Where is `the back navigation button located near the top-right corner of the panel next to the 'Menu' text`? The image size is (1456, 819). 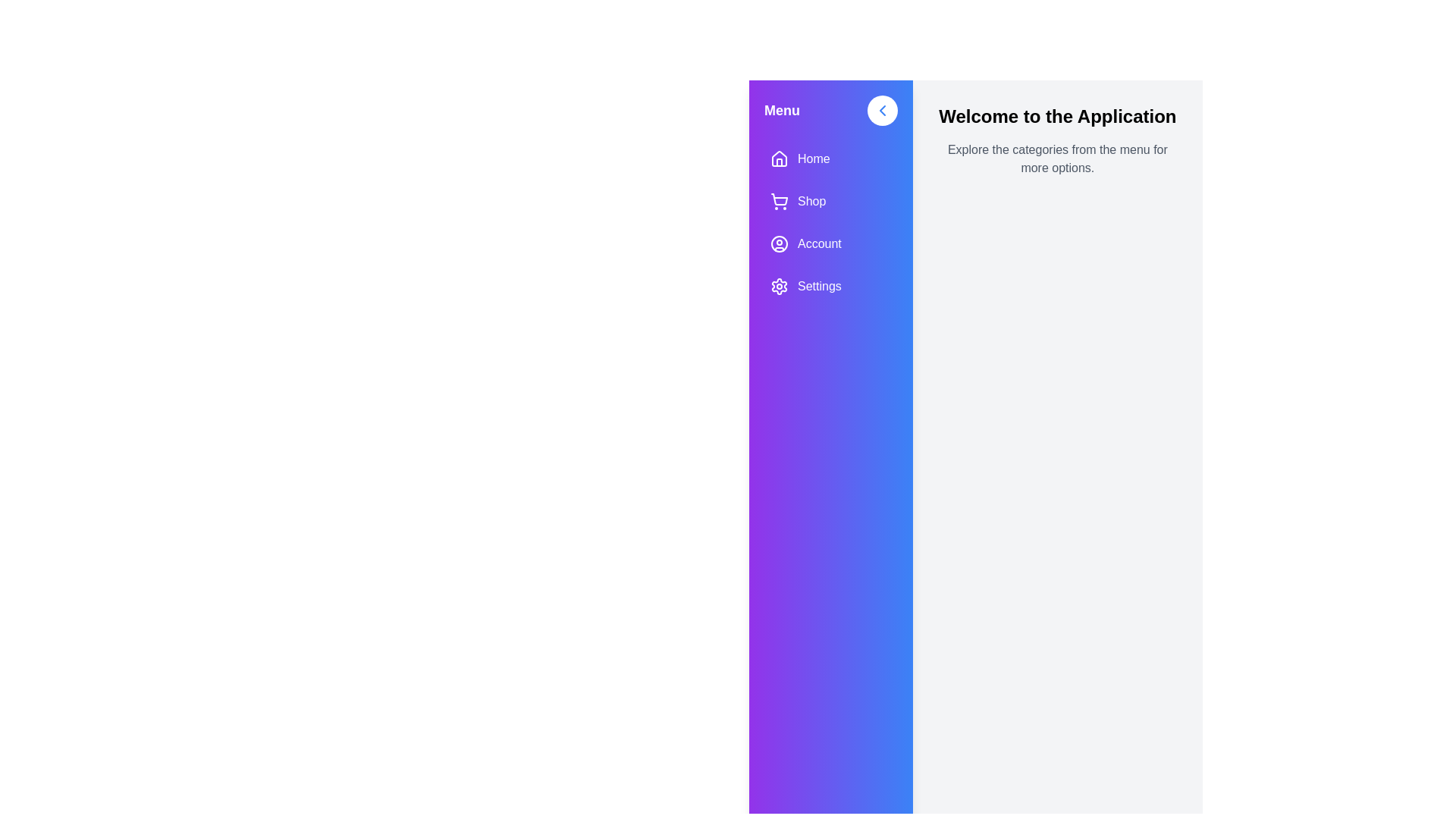
the back navigation button located near the top-right corner of the panel next to the 'Menu' text is located at coordinates (882, 110).